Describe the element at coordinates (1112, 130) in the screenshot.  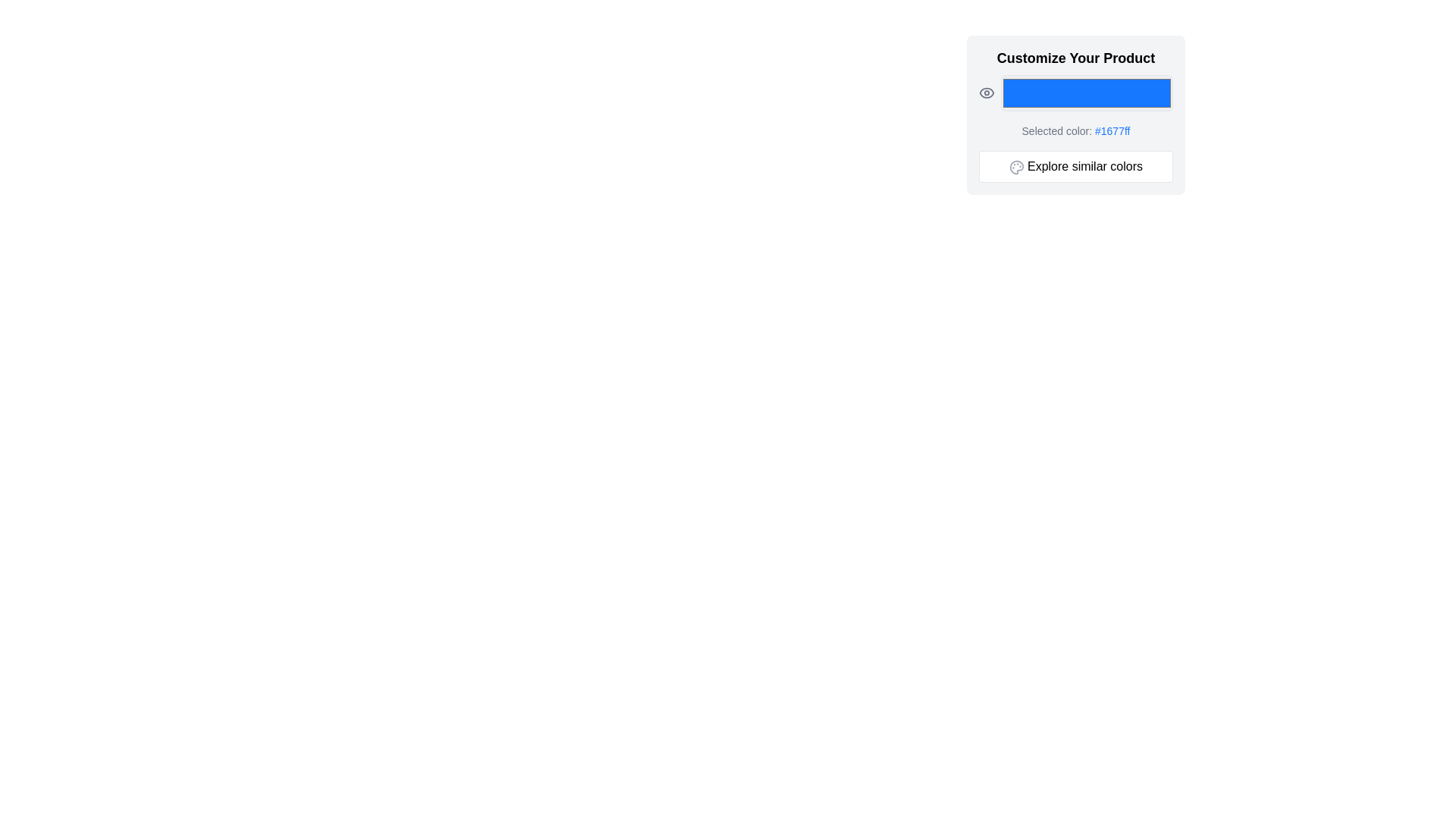
I see `the Text Label that displays the color code '#1677ff', which is styled in blue and located underneath the blue color display box and above the 'Explore similar colors' button` at that location.